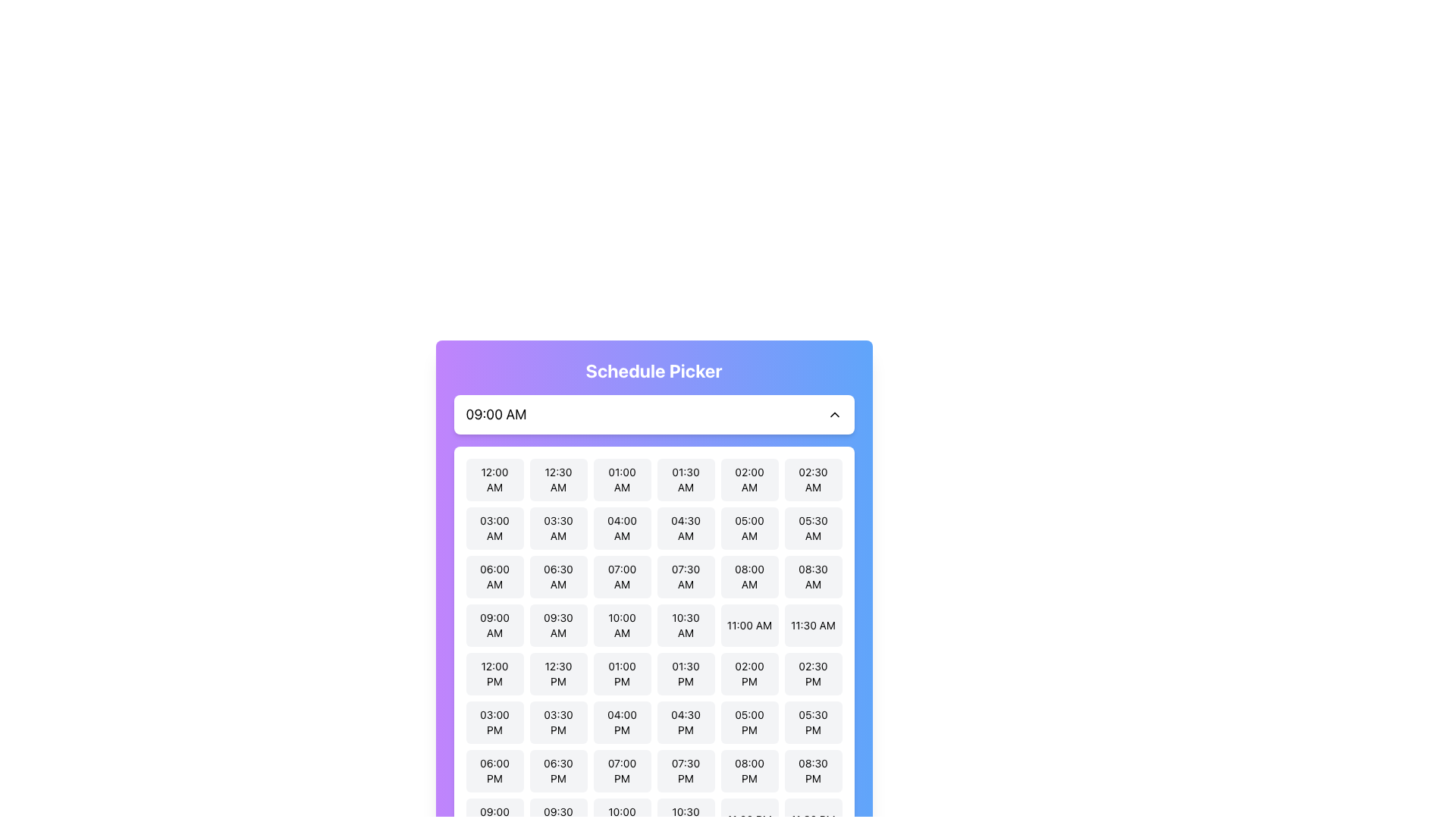 This screenshot has width=1456, height=819. I want to click on the time selection button for '02:00 AM' located in the first row and fifth column of the scheduling interface, so click(749, 479).